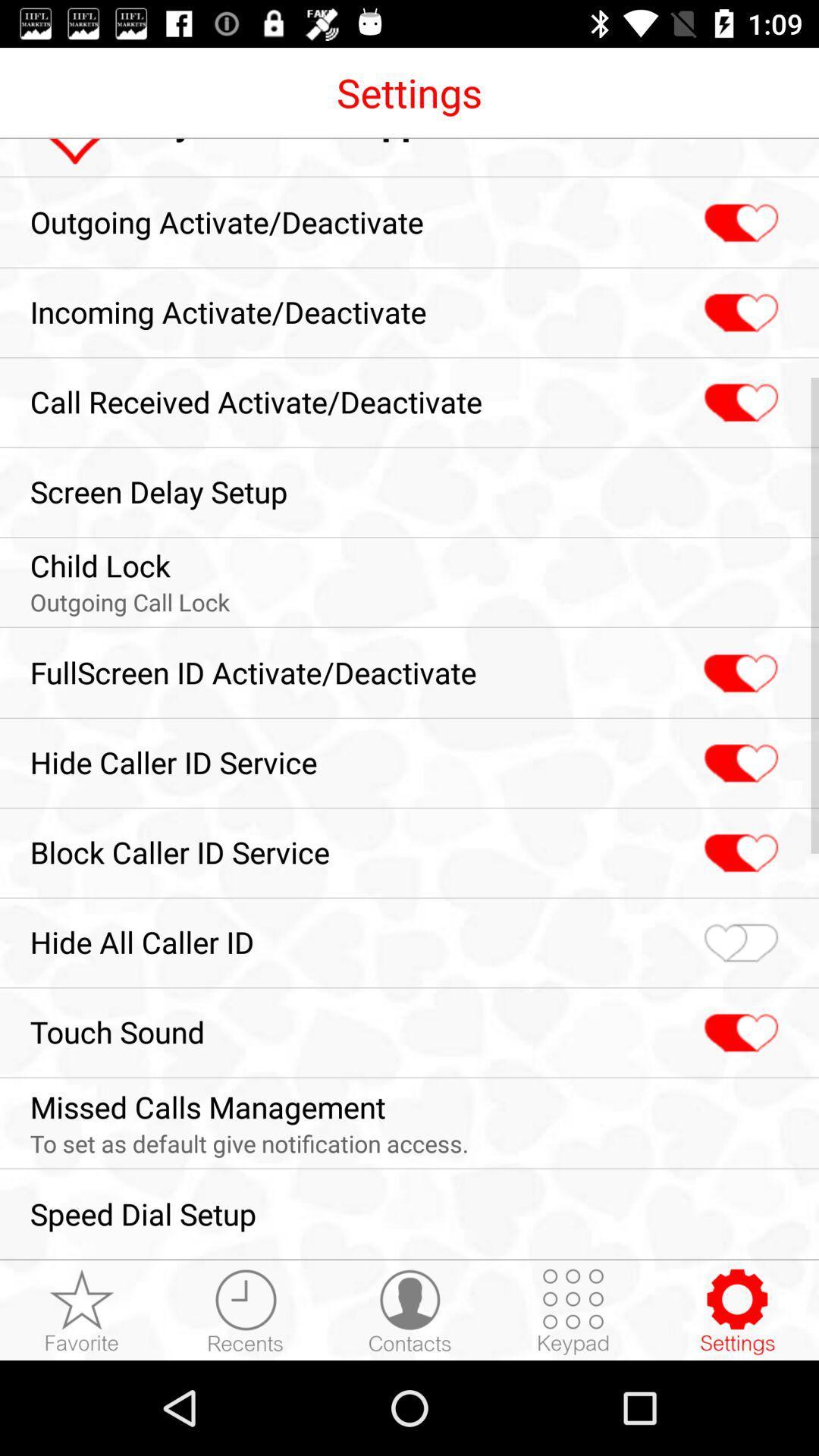  I want to click on the favorite icon, so click(739, 312).